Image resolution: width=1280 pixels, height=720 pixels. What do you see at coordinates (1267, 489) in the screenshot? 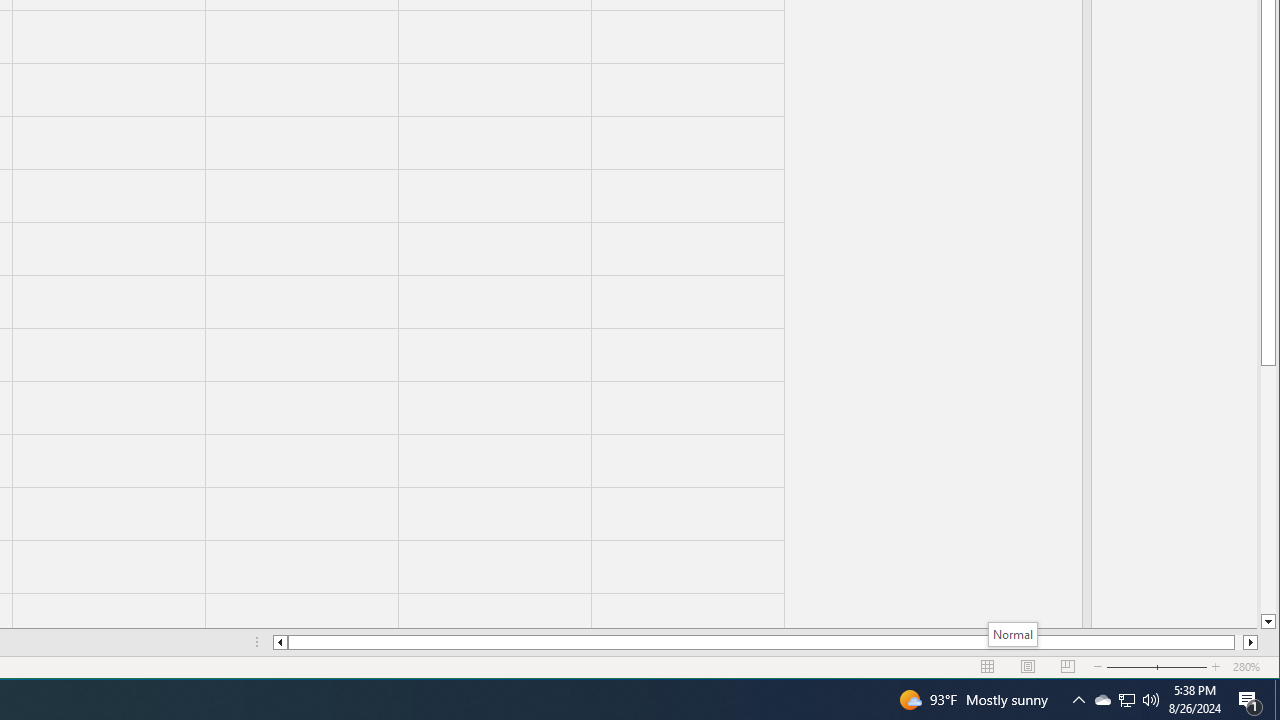
I see `'Page down'` at bounding box center [1267, 489].